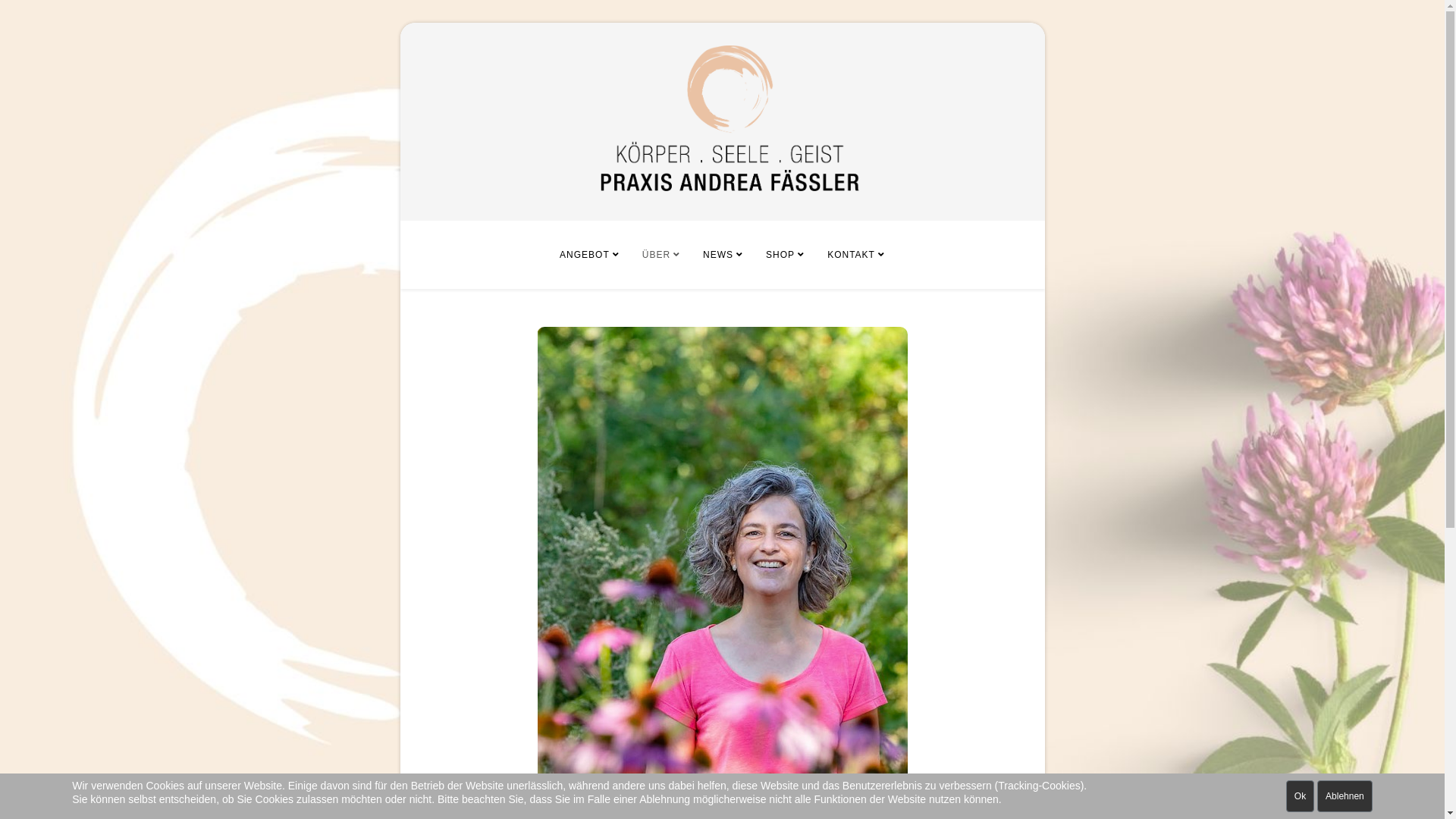 This screenshot has width=1456, height=819. What do you see at coordinates (785, 253) in the screenshot?
I see `'SHOP'` at bounding box center [785, 253].